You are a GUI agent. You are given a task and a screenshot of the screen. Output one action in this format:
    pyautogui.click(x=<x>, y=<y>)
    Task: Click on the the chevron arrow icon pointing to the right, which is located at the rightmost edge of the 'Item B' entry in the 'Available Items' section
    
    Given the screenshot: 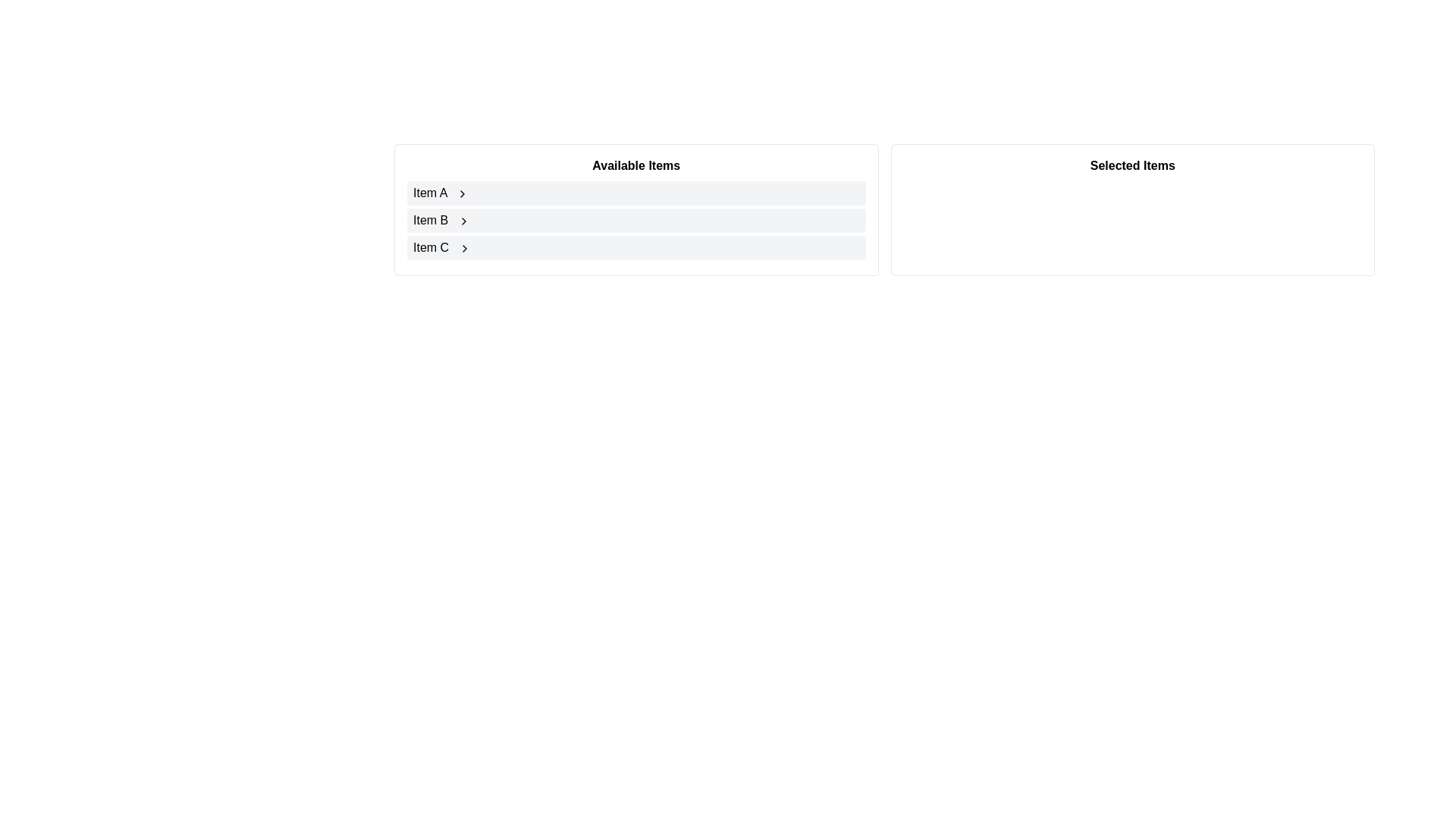 What is the action you would take?
    pyautogui.click(x=463, y=221)
    